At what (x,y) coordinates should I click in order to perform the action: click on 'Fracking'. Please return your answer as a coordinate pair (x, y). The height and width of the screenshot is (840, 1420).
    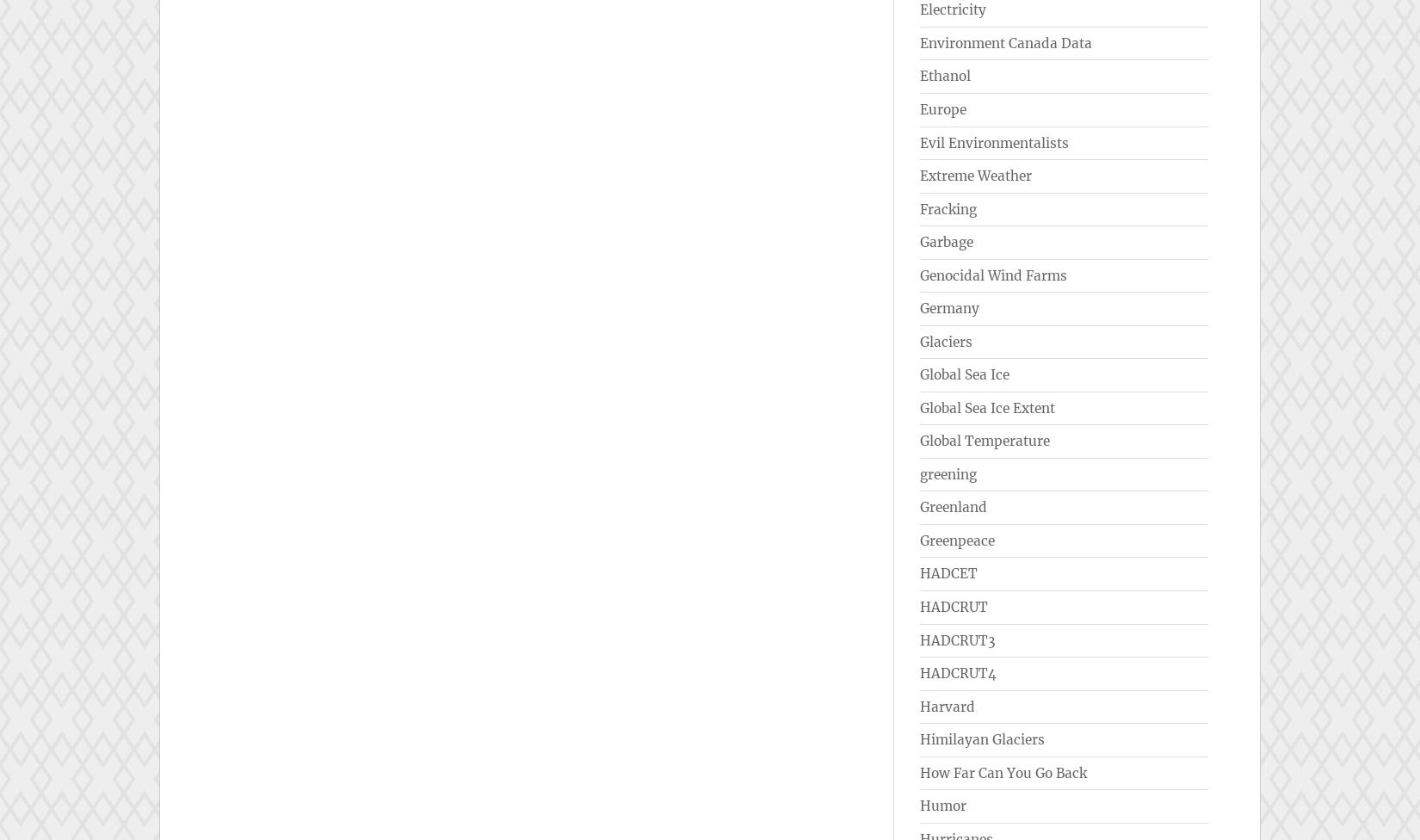
    Looking at the image, I should click on (920, 207).